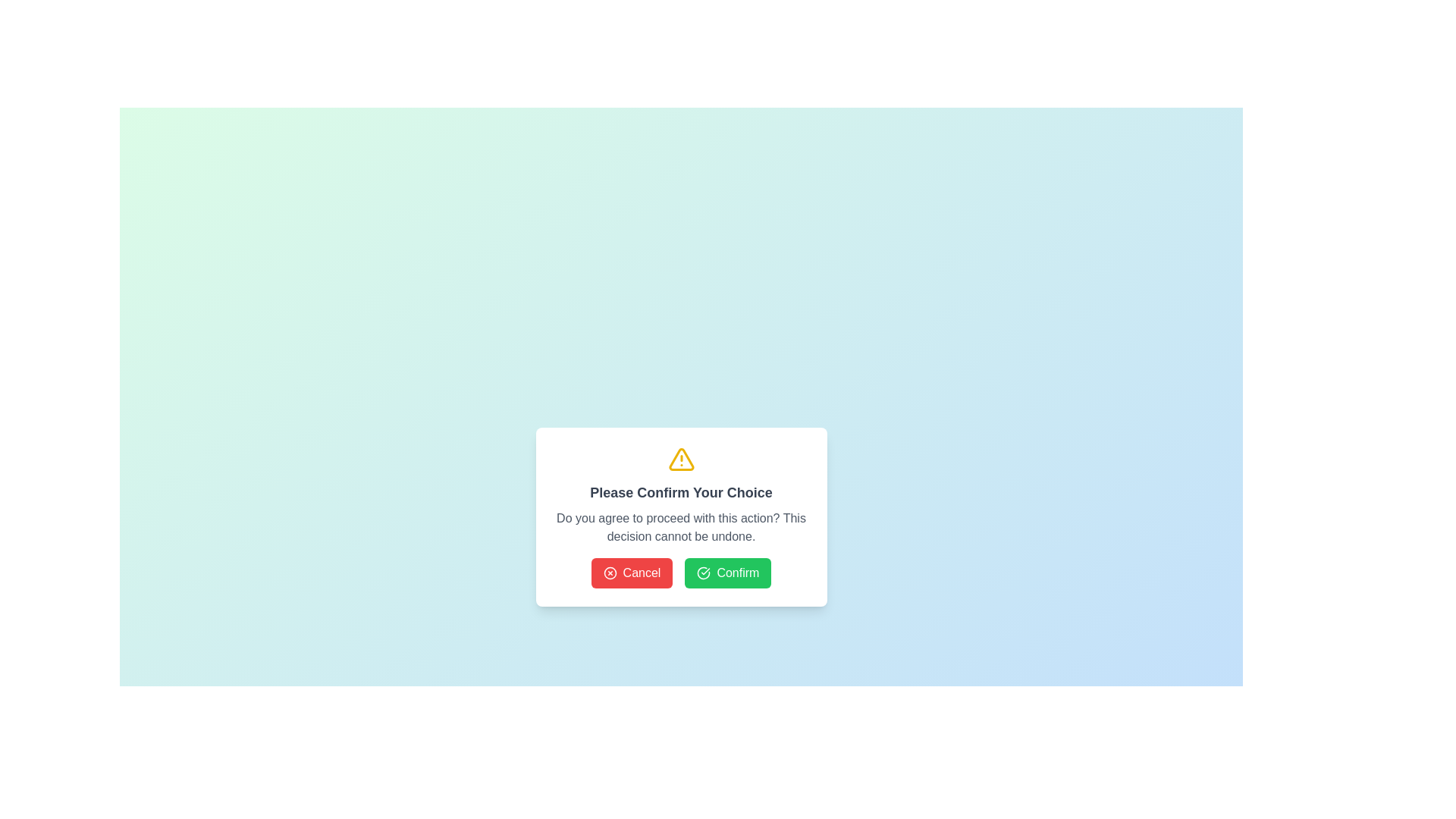 The width and height of the screenshot is (1456, 819). Describe the element at coordinates (632, 573) in the screenshot. I see `the cancel button located in the confirmation dialog box at the bottom left, which dismisses the dialog without proceeding` at that location.